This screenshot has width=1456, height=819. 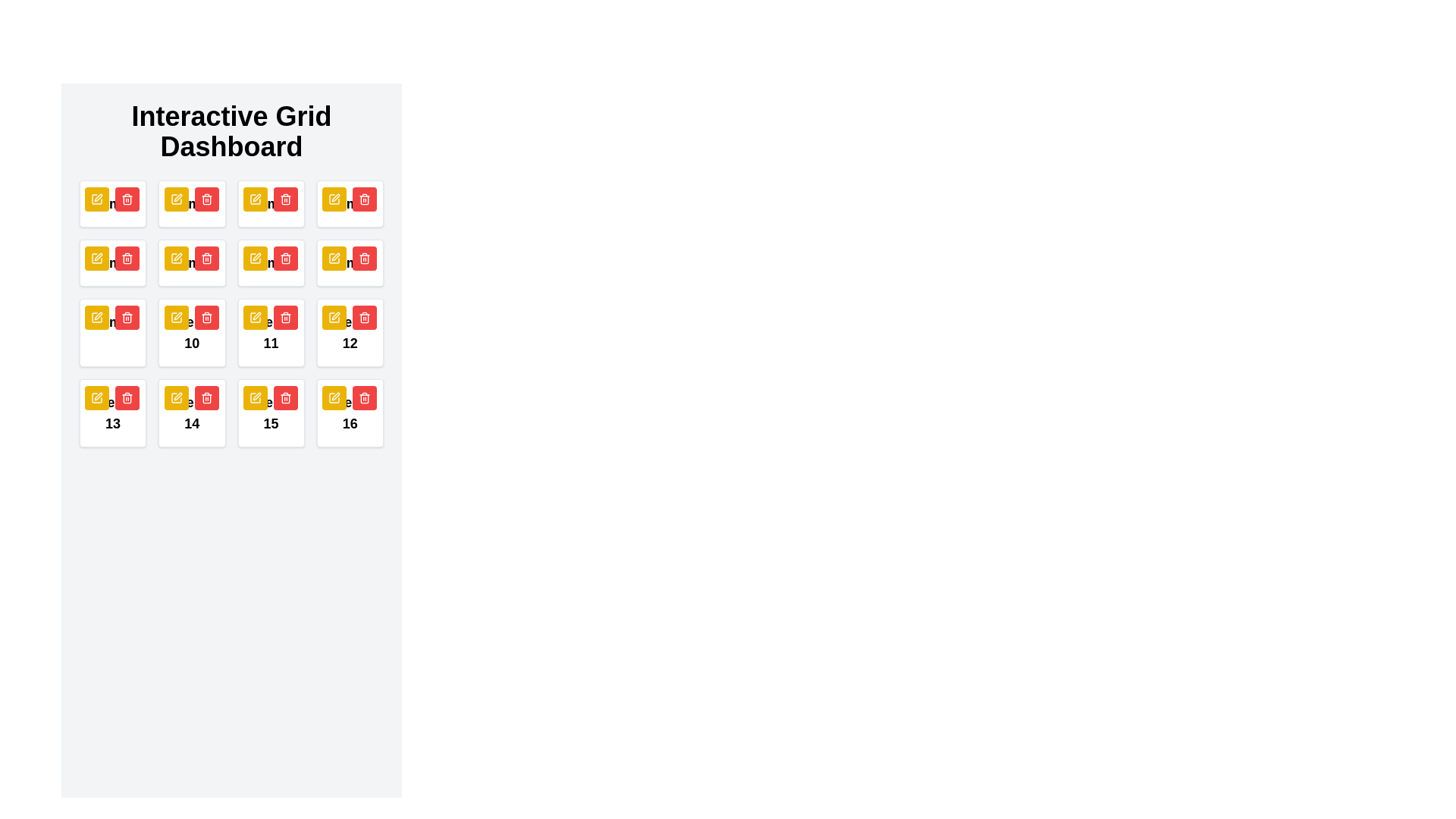 What do you see at coordinates (96, 317) in the screenshot?
I see `the editing icon represented by a square with a rounded pen-like icon, located in the top-left region of the twelfth card on the interactive grid dashboard` at bounding box center [96, 317].